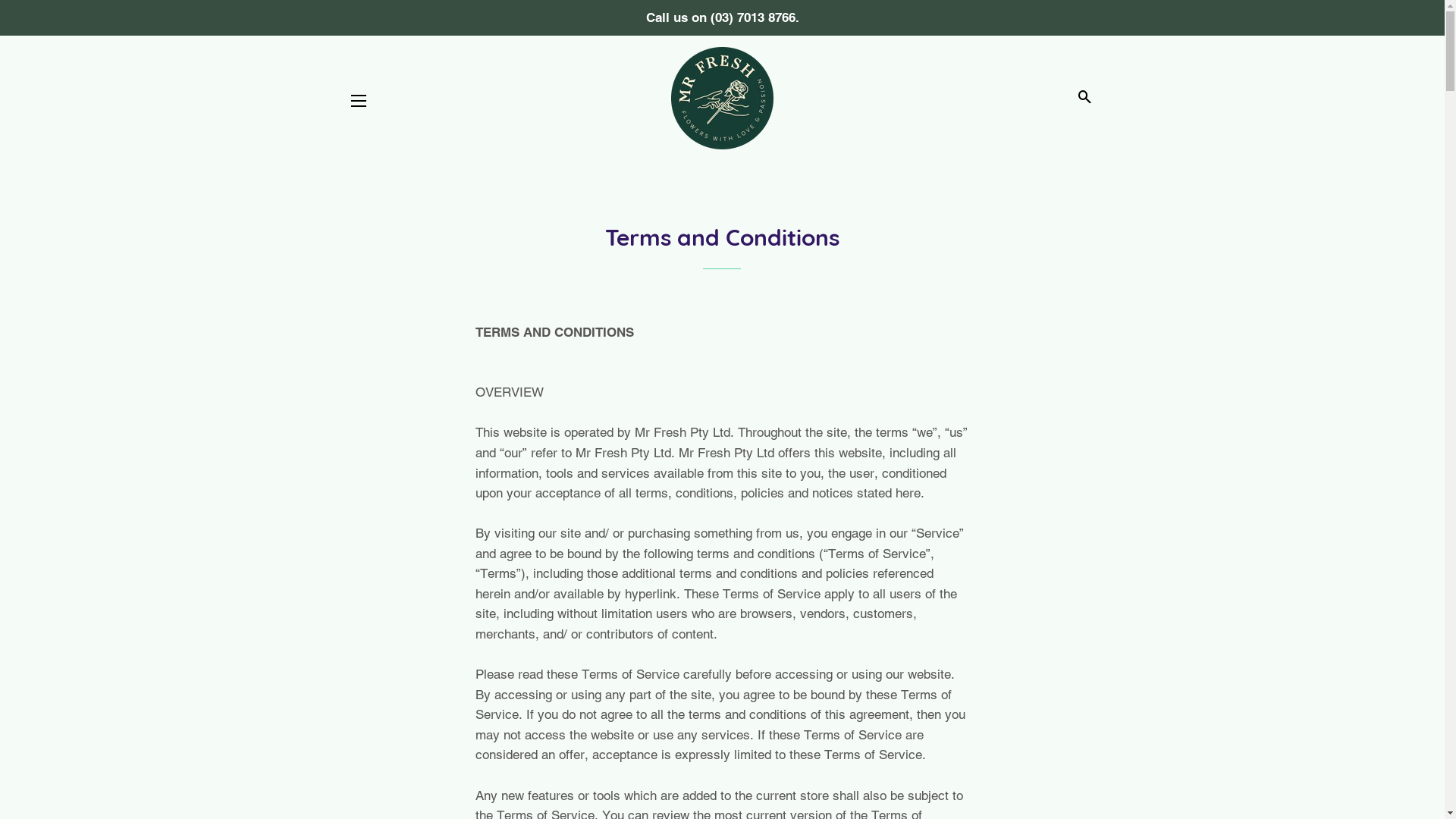 This screenshot has width=1456, height=819. Describe the element at coordinates (1084, 97) in the screenshot. I see `'SEARCH'` at that location.